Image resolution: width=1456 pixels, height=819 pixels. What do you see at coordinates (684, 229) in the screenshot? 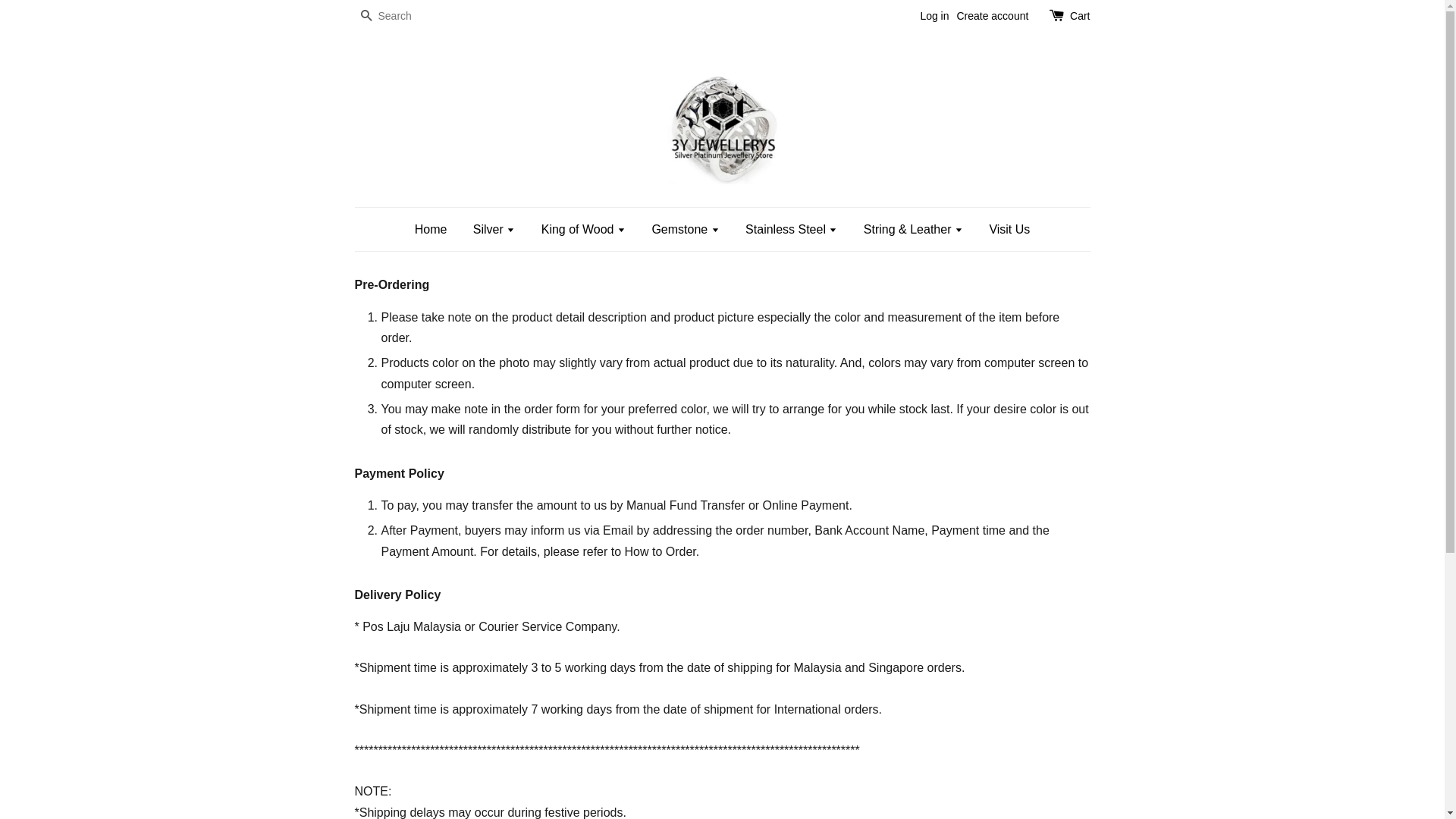
I see `'Gemstone'` at bounding box center [684, 229].